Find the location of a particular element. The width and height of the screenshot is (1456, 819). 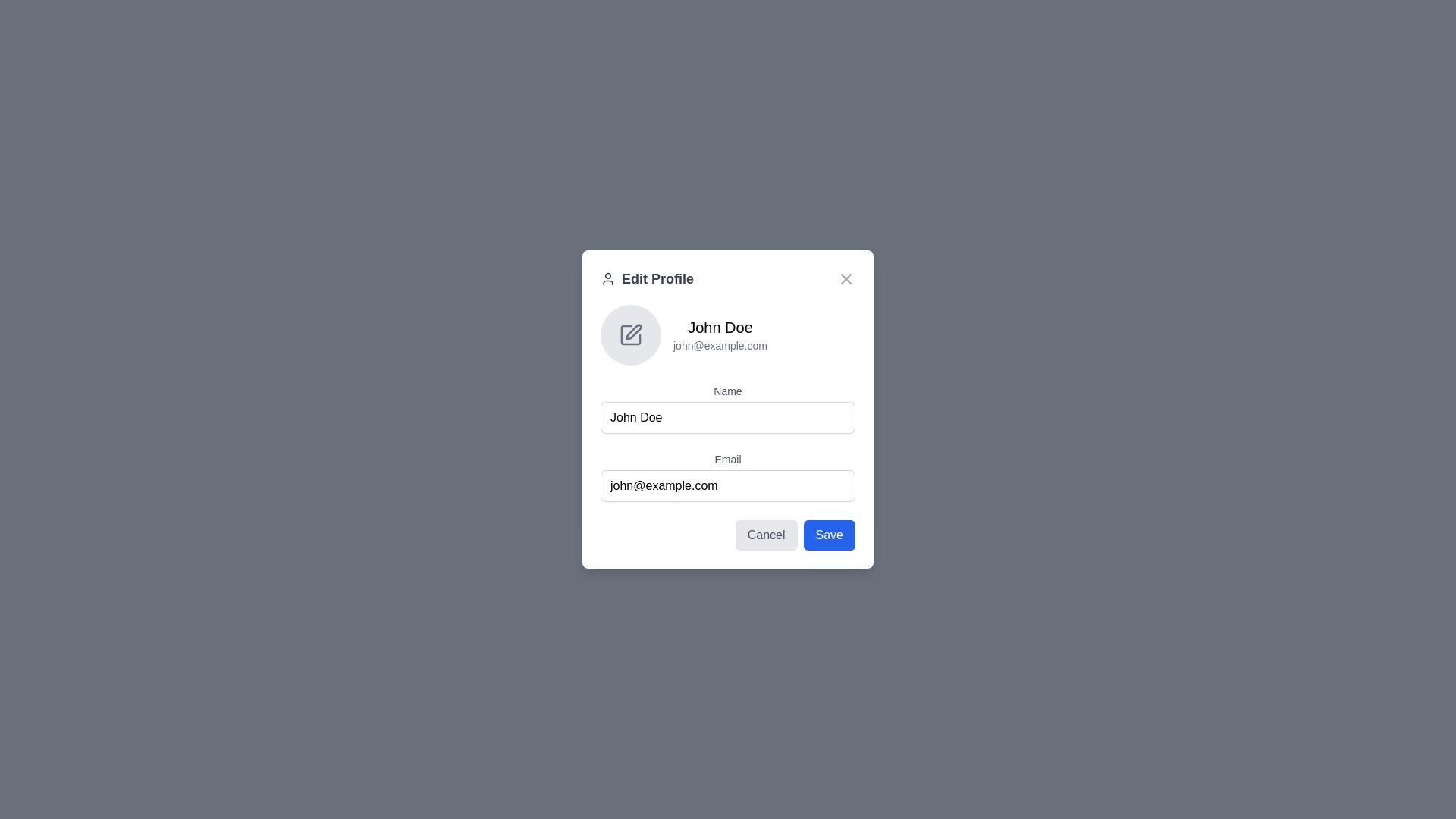

the text label displaying the word 'Name' in a medium-sized, gray-colored serif font, which is positioned above the input field for entering the user's name is located at coordinates (728, 391).